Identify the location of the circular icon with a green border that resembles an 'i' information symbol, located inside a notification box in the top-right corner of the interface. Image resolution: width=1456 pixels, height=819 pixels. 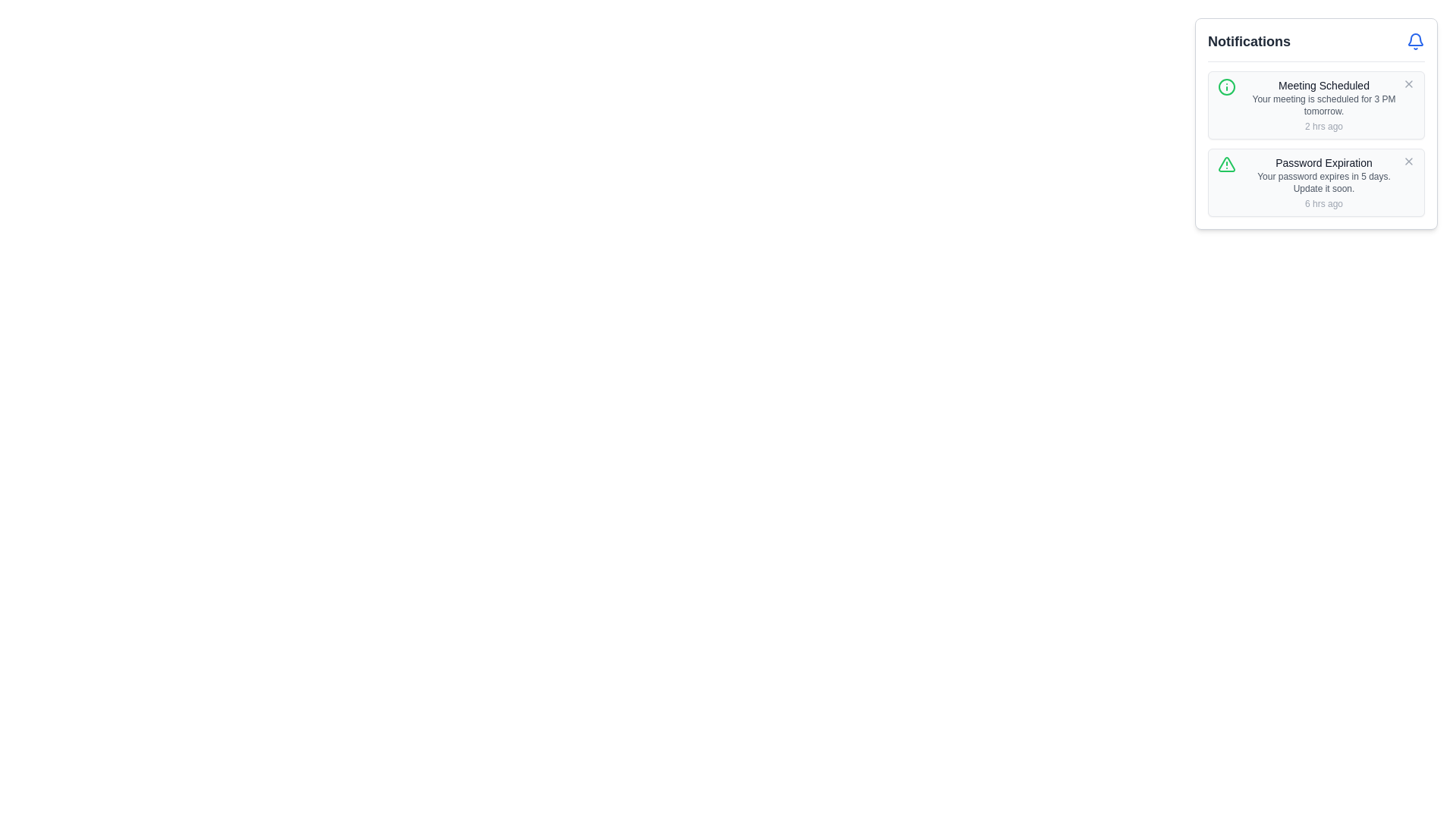
(1226, 87).